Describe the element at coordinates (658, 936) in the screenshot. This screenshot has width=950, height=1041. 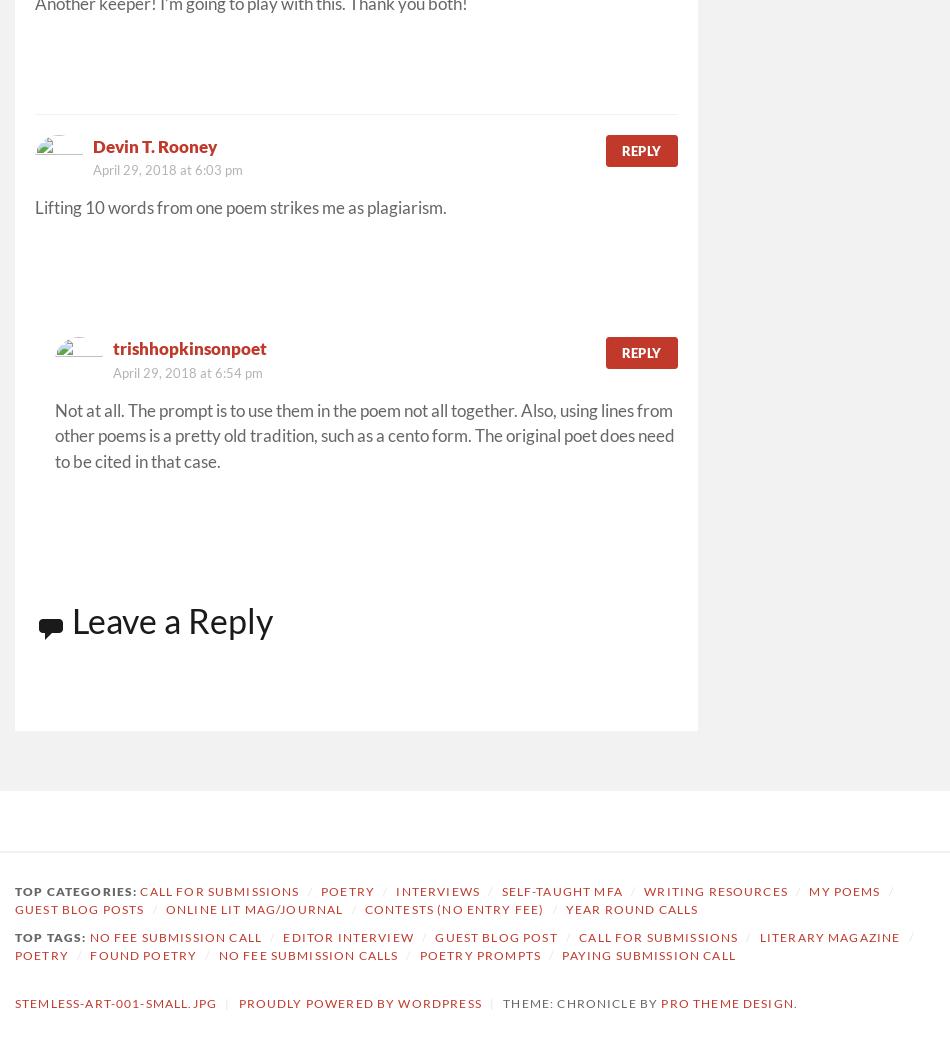
I see `'call for submissions'` at that location.